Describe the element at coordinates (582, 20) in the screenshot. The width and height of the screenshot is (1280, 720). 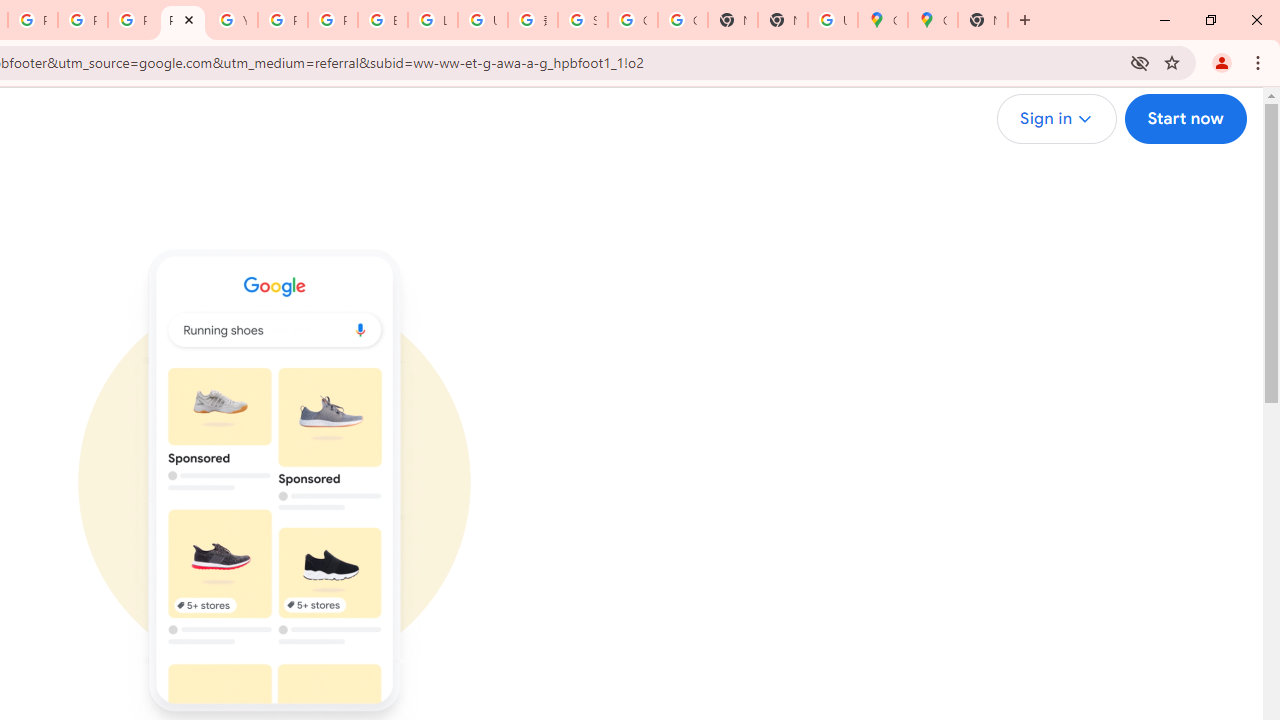
I see `'Sign in - Google Accounts'` at that location.